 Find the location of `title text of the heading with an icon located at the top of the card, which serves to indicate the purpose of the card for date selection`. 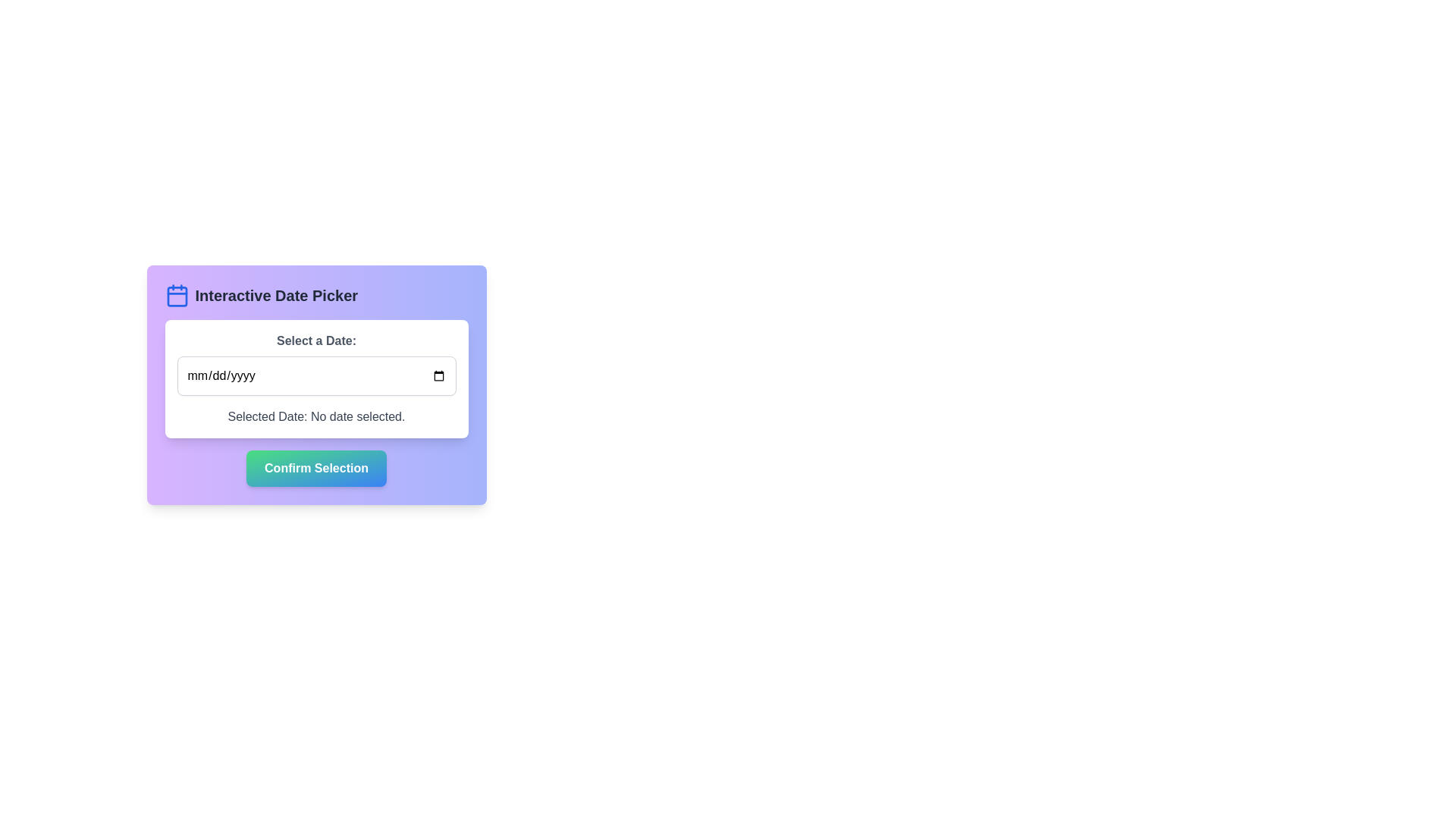

title text of the heading with an icon located at the top of the card, which serves to indicate the purpose of the card for date selection is located at coordinates (315, 295).